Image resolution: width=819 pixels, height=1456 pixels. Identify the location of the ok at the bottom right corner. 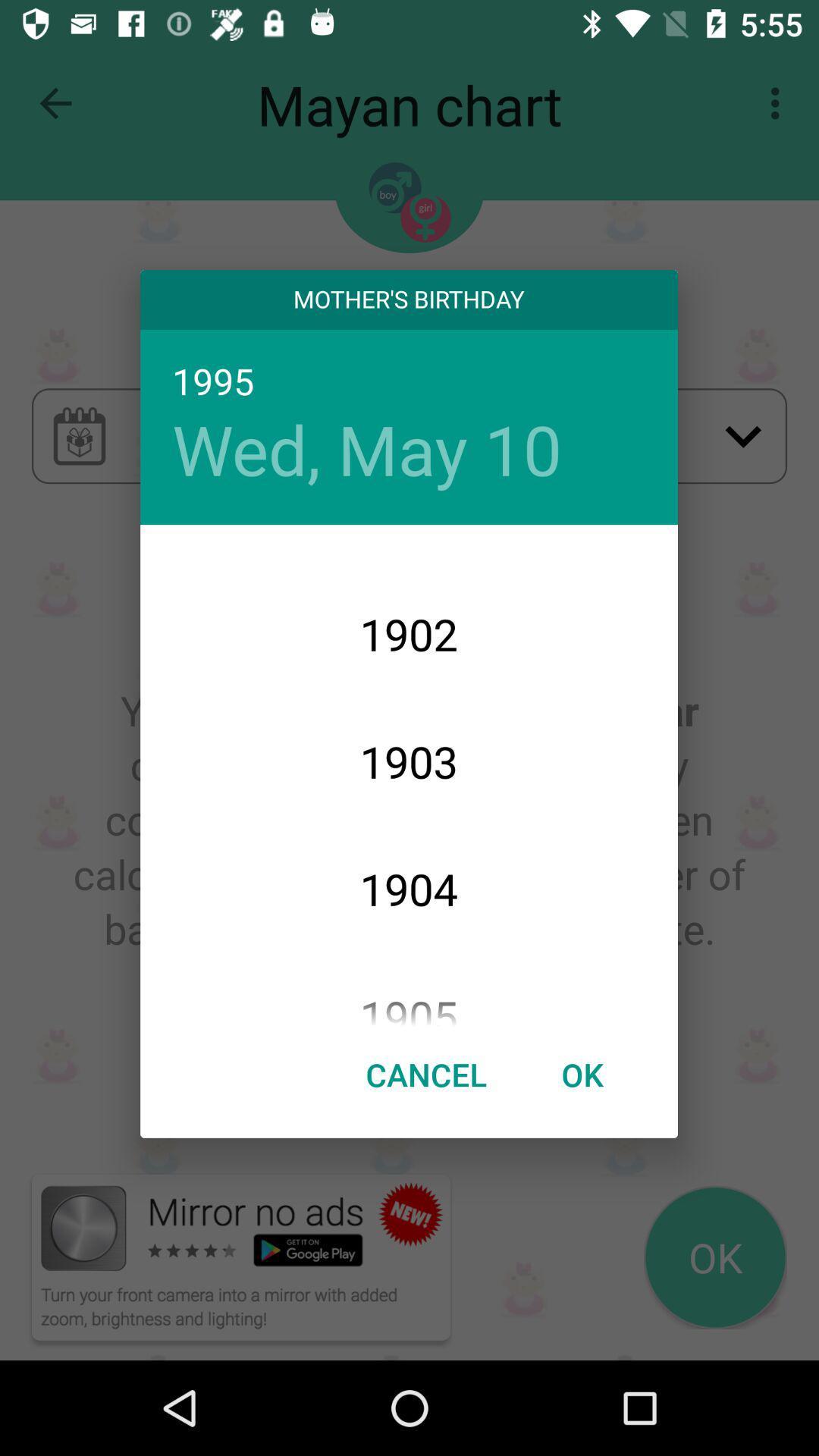
(581, 1073).